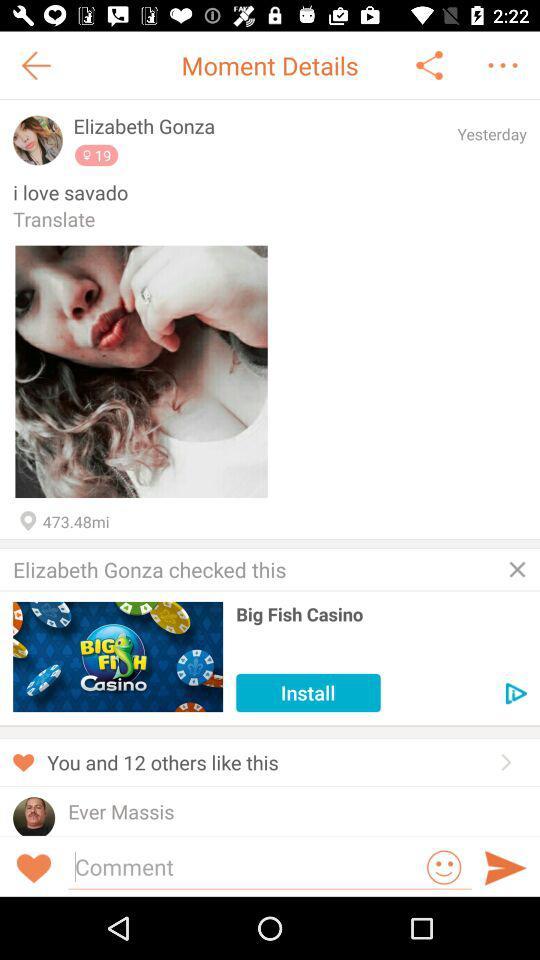  Describe the element at coordinates (38, 139) in the screenshot. I see `profile` at that location.